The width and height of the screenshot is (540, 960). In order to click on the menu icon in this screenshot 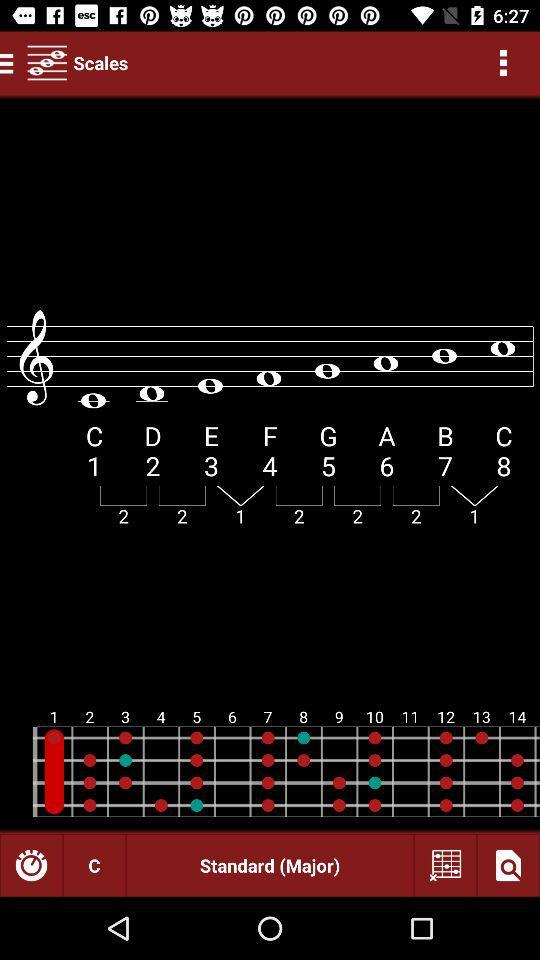, I will do `click(9, 62)`.